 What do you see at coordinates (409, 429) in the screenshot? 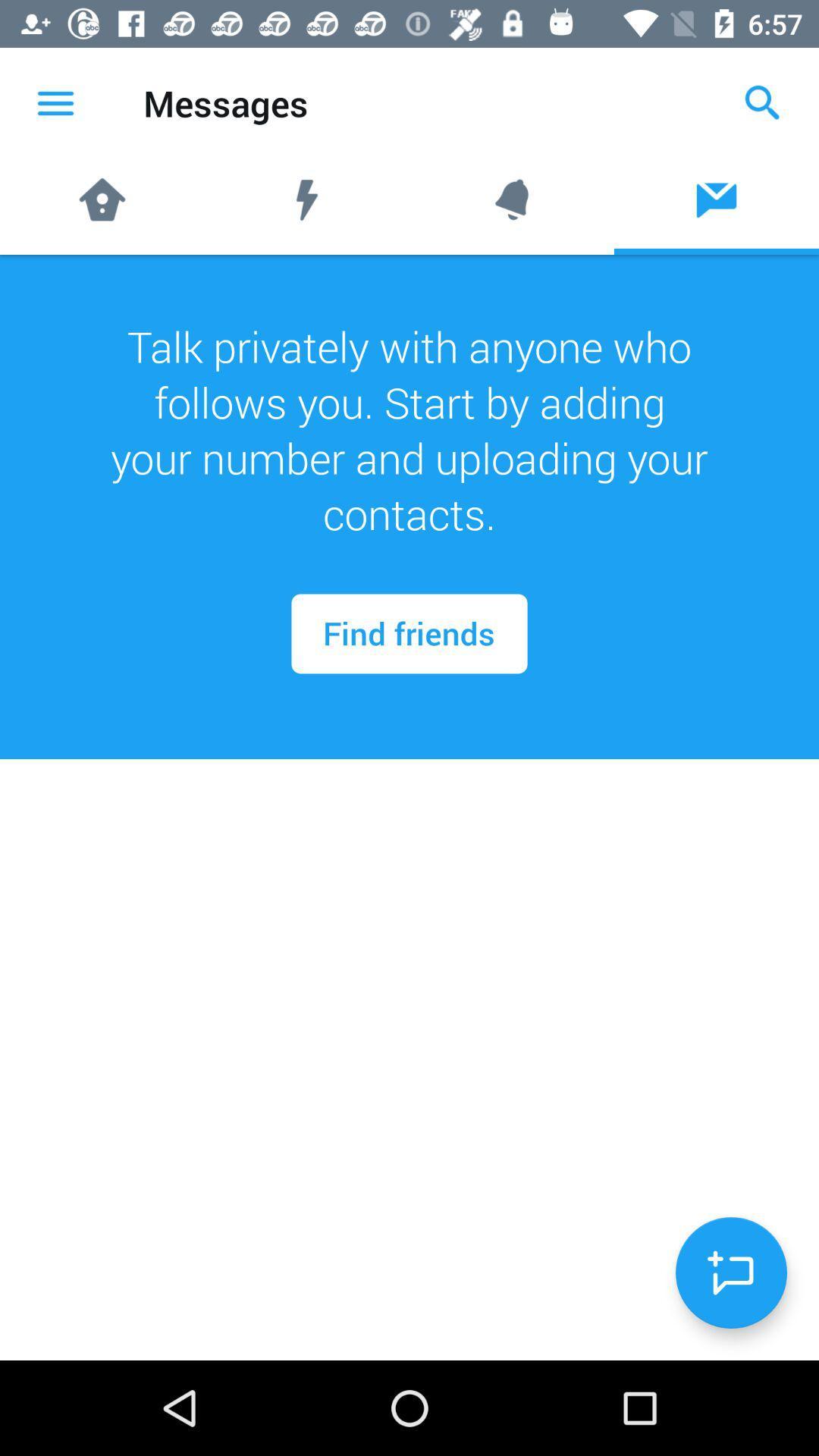
I see `the talk privately with item` at bounding box center [409, 429].